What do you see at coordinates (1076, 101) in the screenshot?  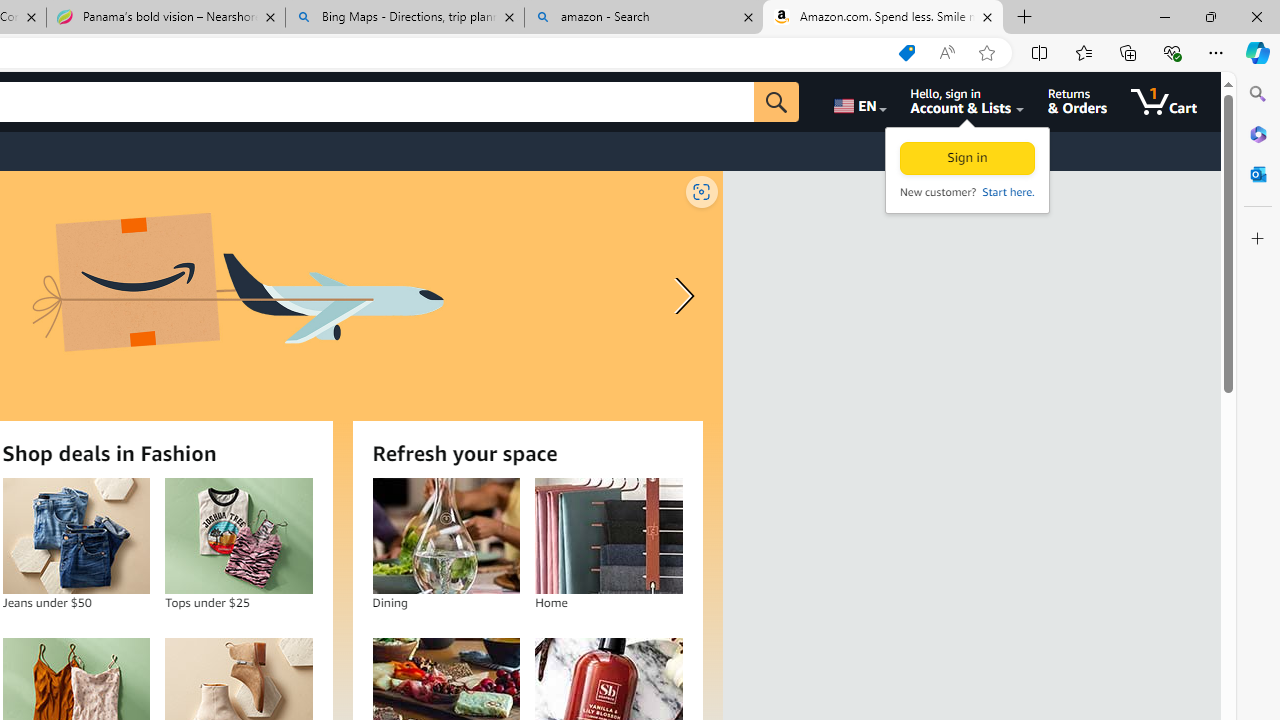 I see `'Returns & Orders'` at bounding box center [1076, 101].